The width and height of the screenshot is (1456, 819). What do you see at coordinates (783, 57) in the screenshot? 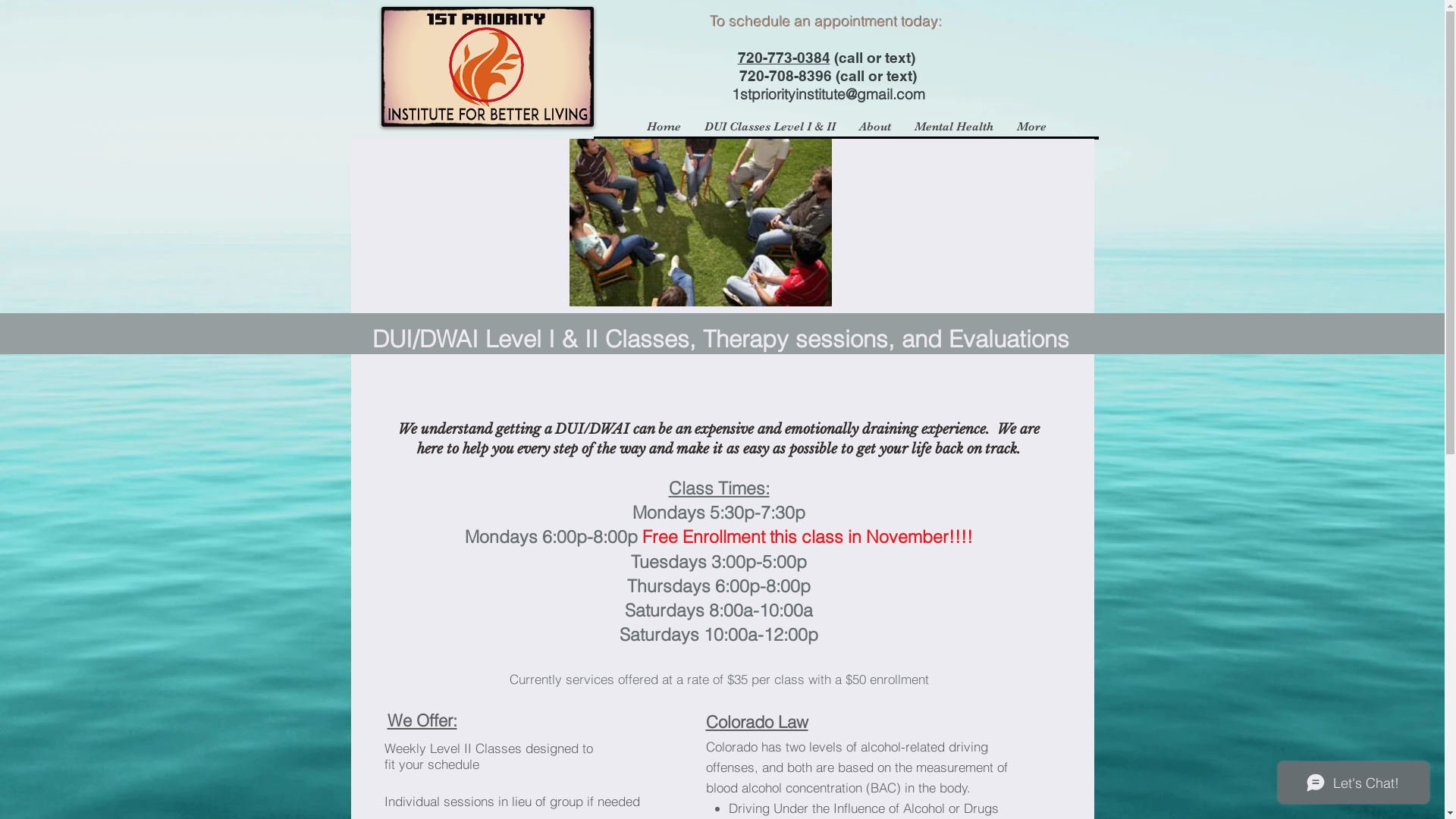
I see `'720-773-0384'` at bounding box center [783, 57].